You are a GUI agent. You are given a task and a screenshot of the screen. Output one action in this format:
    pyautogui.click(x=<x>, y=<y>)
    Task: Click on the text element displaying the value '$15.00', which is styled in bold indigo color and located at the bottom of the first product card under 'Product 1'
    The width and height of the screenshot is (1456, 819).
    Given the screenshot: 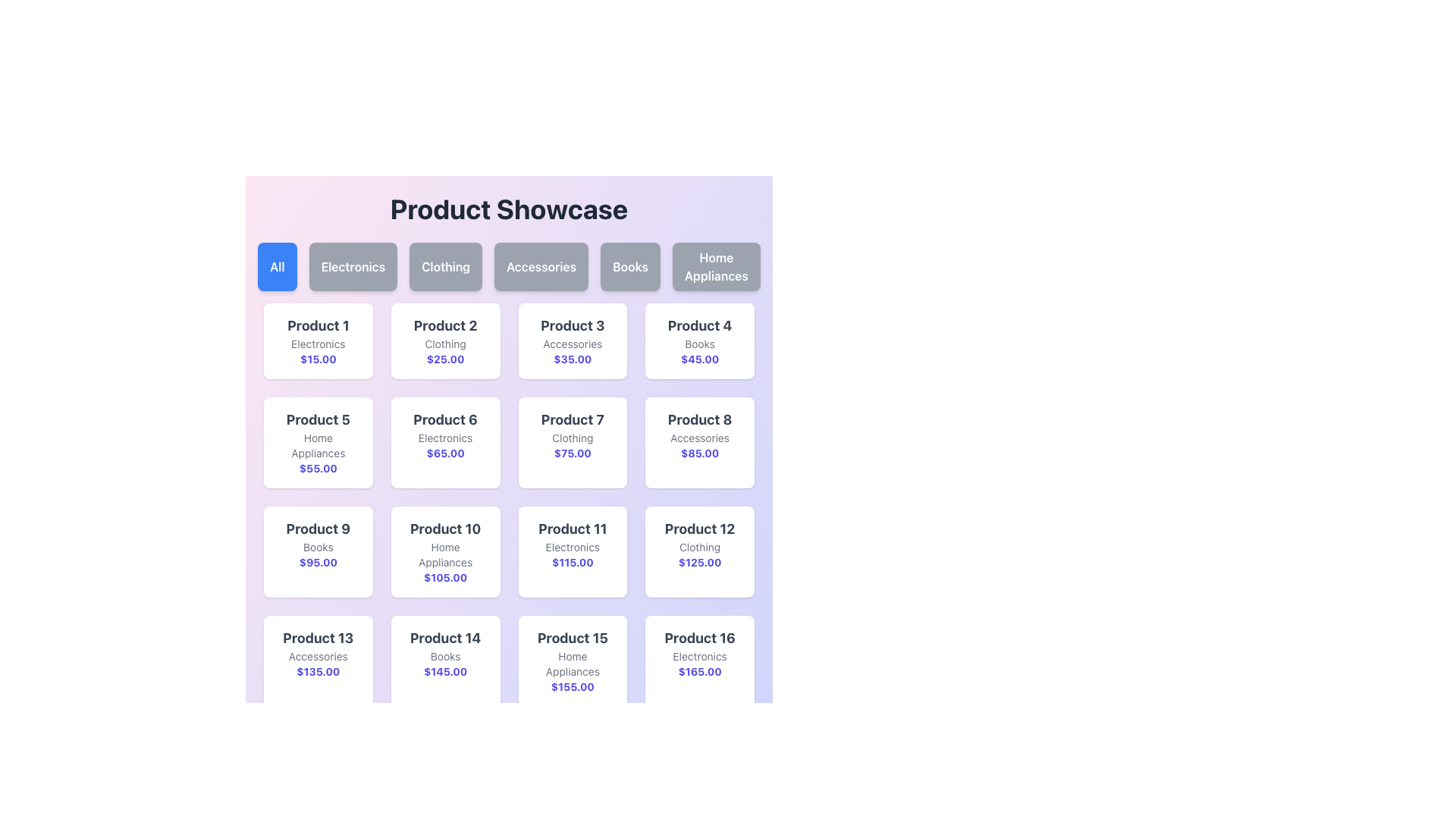 What is the action you would take?
    pyautogui.click(x=317, y=359)
    